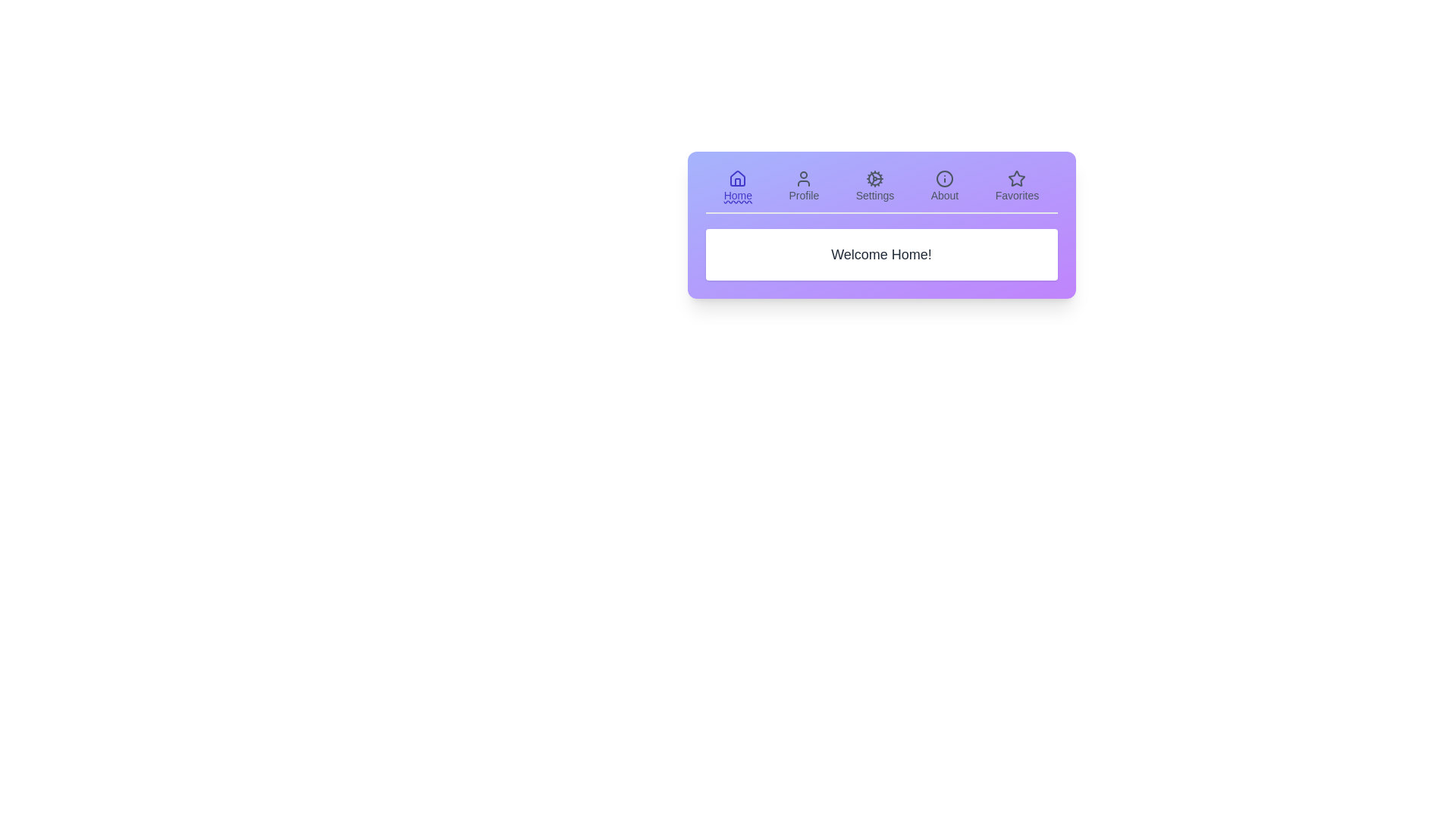  What do you see at coordinates (944, 186) in the screenshot?
I see `the tab labeled About to switch to it` at bounding box center [944, 186].